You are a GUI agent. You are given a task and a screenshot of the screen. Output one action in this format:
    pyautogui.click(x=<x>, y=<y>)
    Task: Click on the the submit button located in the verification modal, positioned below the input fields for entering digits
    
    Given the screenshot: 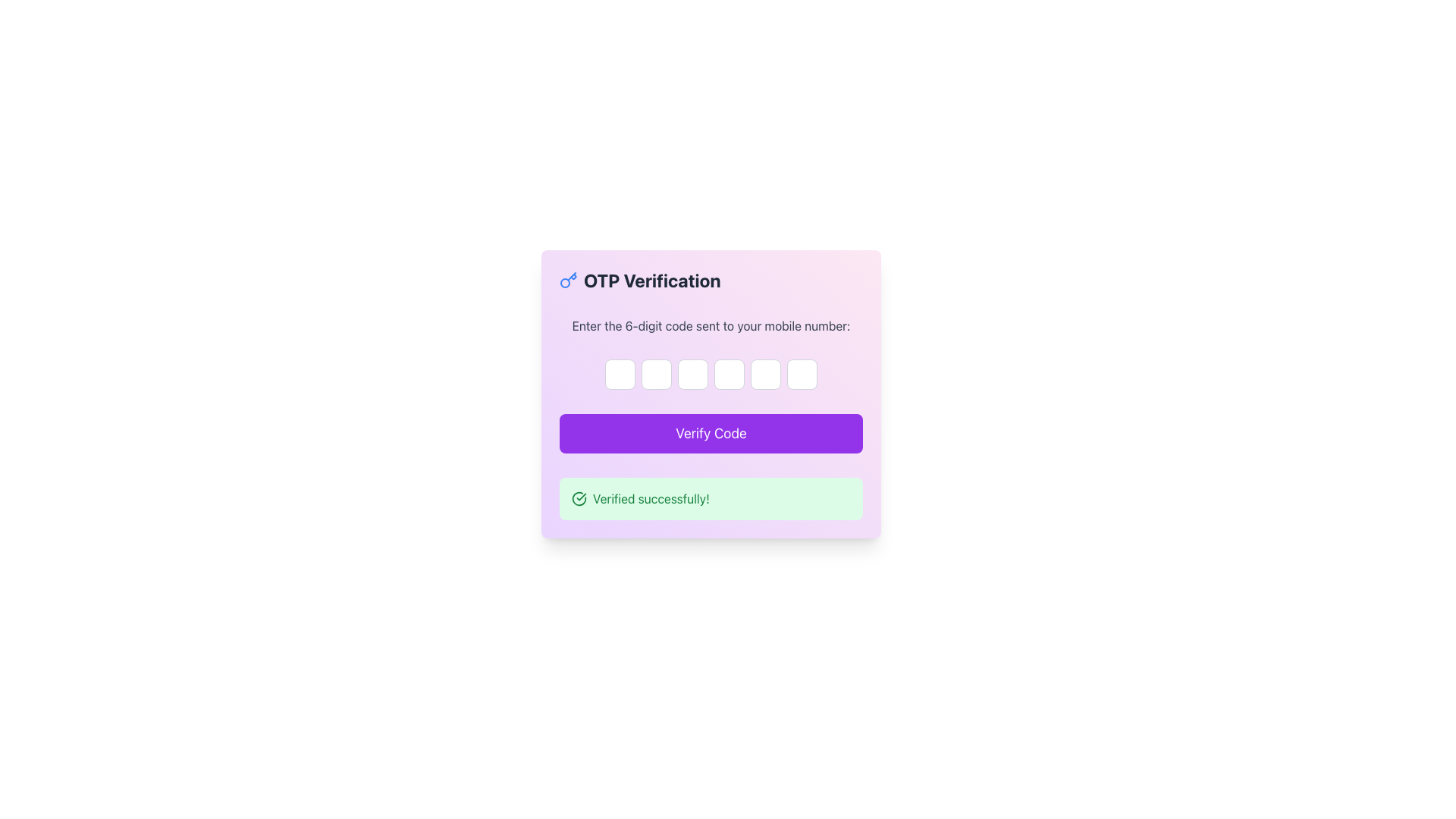 What is the action you would take?
    pyautogui.click(x=710, y=433)
    